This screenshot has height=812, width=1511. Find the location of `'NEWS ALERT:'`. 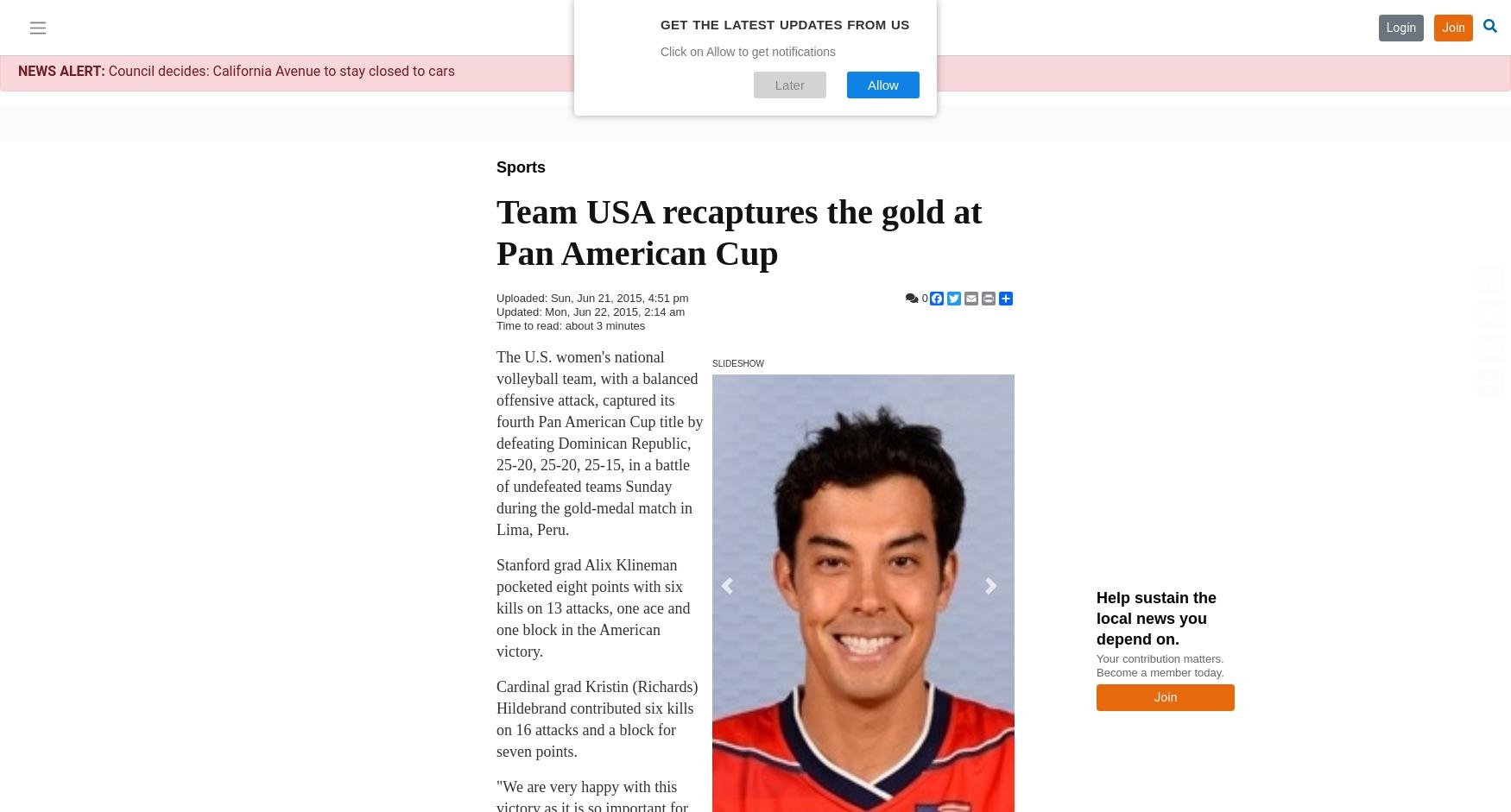

'NEWS ALERT:' is located at coordinates (61, 70).